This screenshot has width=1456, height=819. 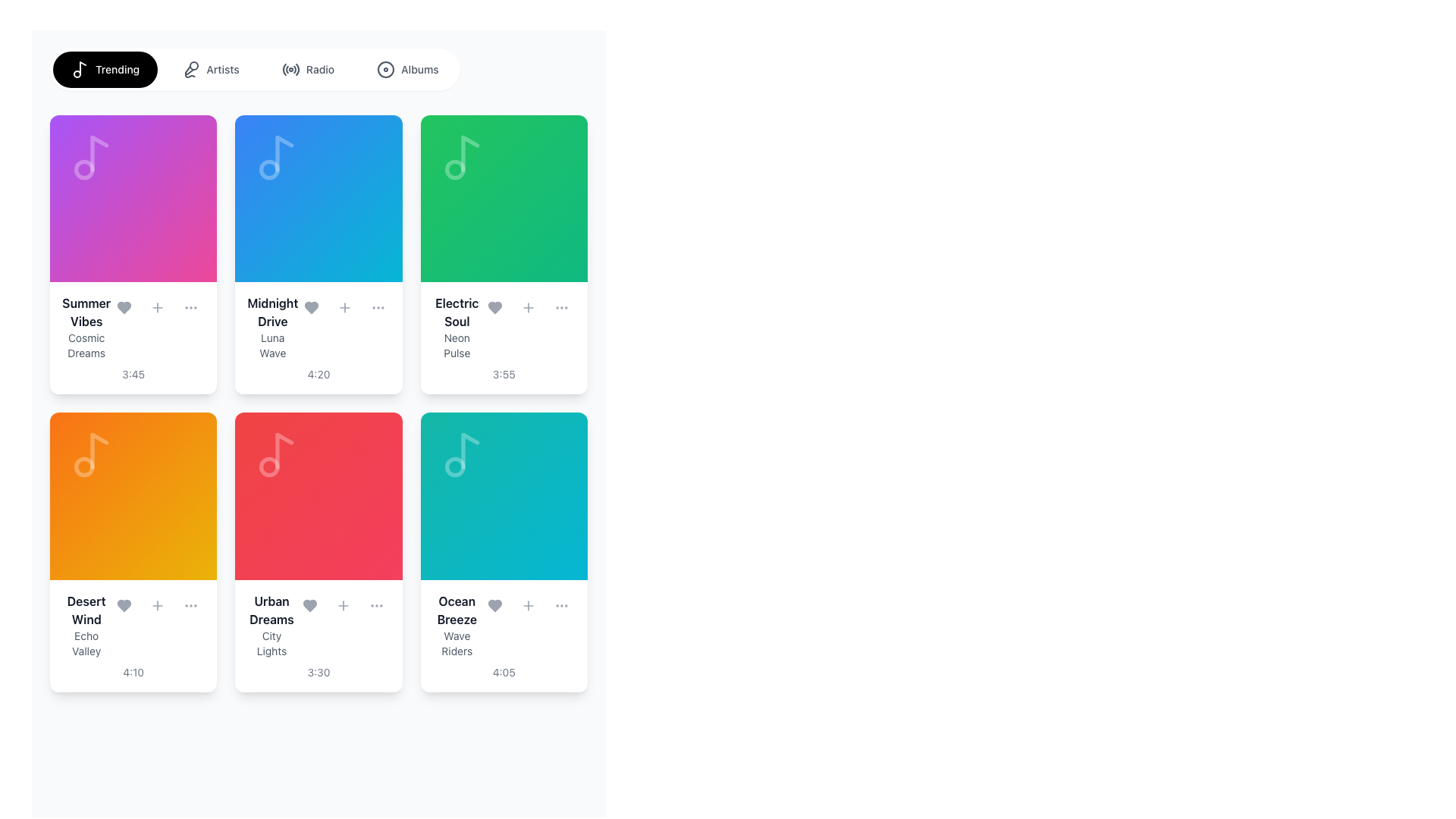 I want to click on text label displaying '3:55' located at the bottom of the card for 'Electric Soul' and 'Neon Pulse', so click(x=504, y=375).